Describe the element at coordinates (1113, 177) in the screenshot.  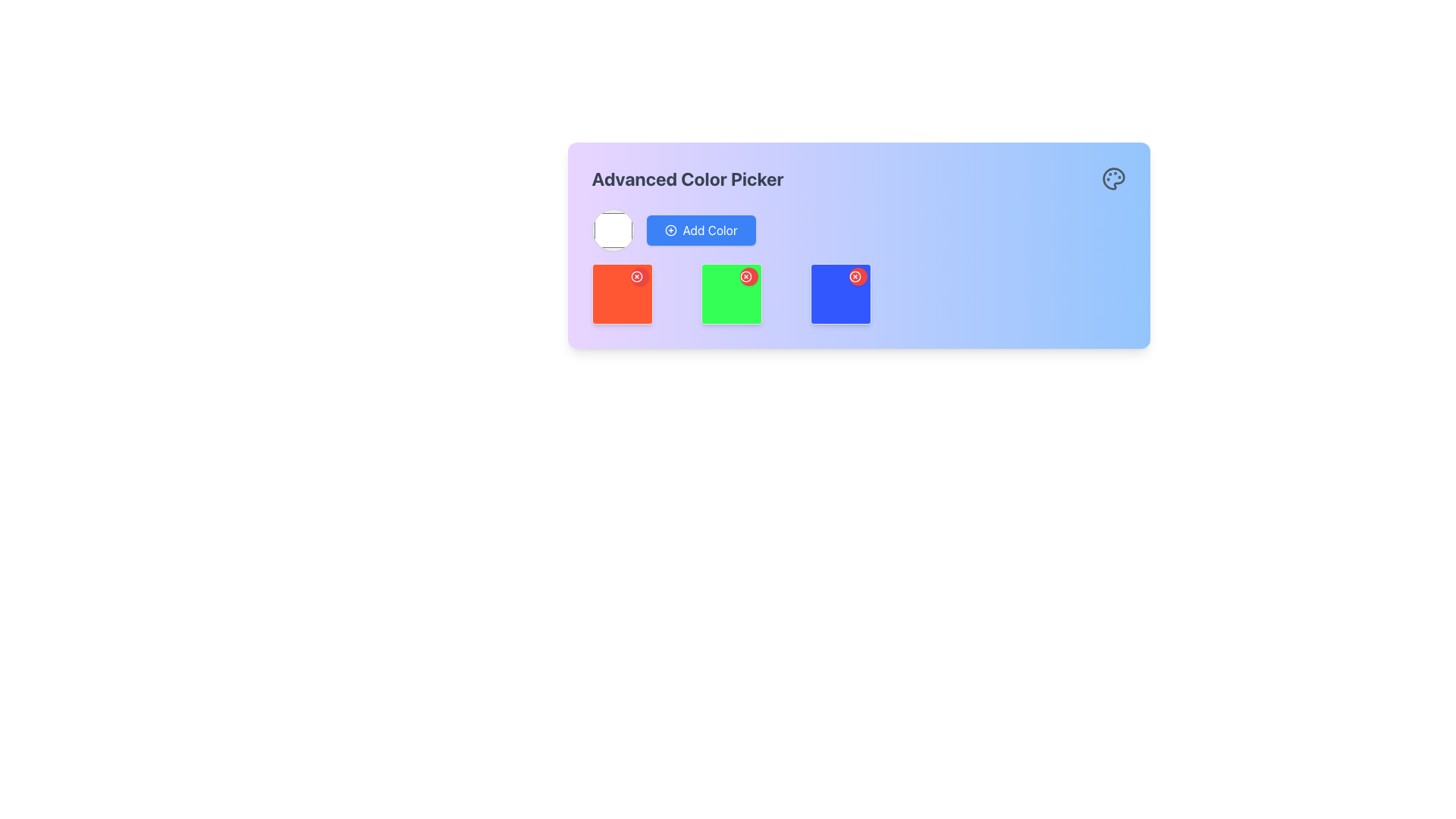
I see `the color selection icon located in the top-right corner of the 'Advanced Color Picker' panel` at that location.